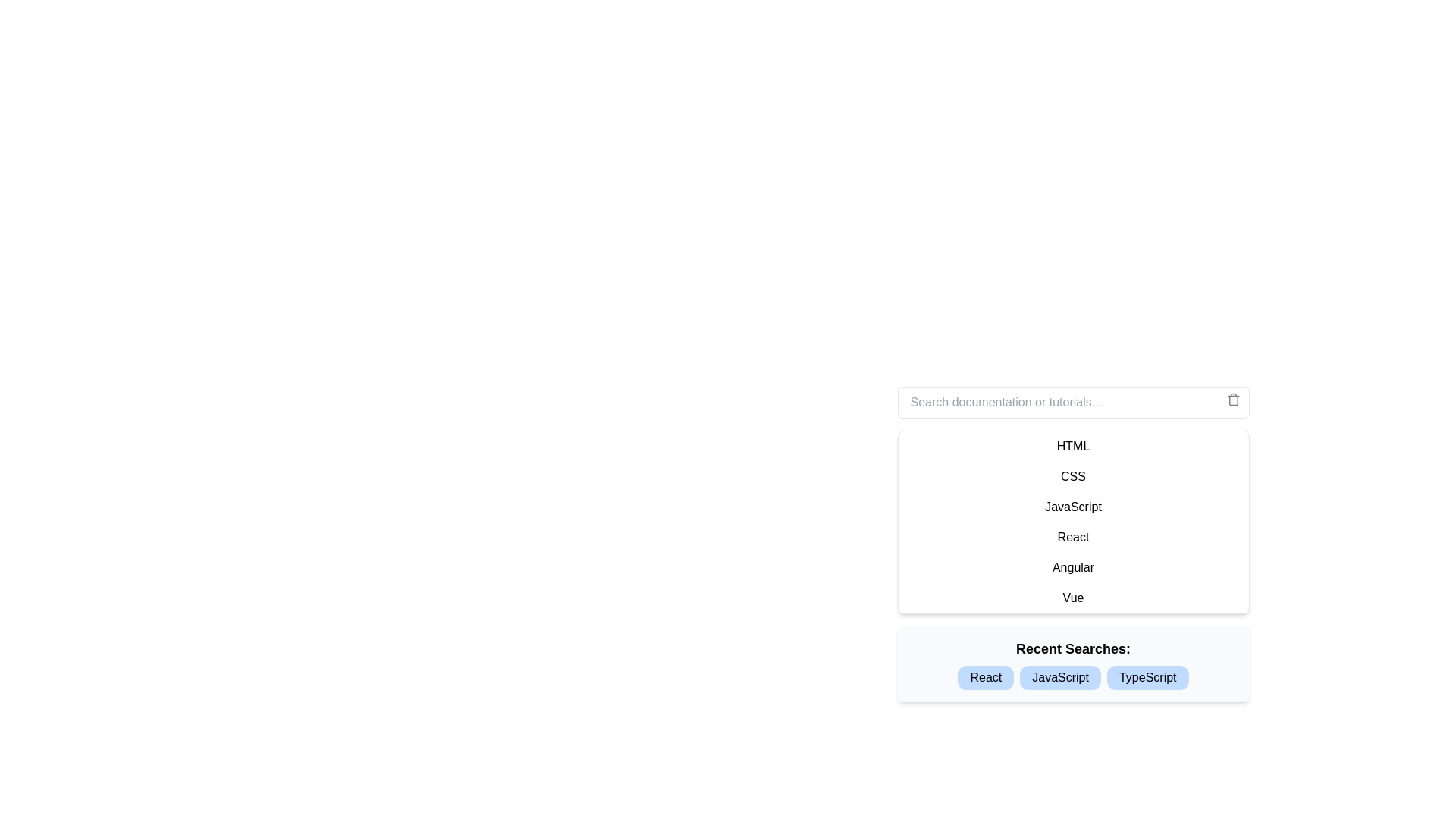  What do you see at coordinates (1072, 446) in the screenshot?
I see `the first list item labeled 'HTML' in the vertical dropdown list` at bounding box center [1072, 446].